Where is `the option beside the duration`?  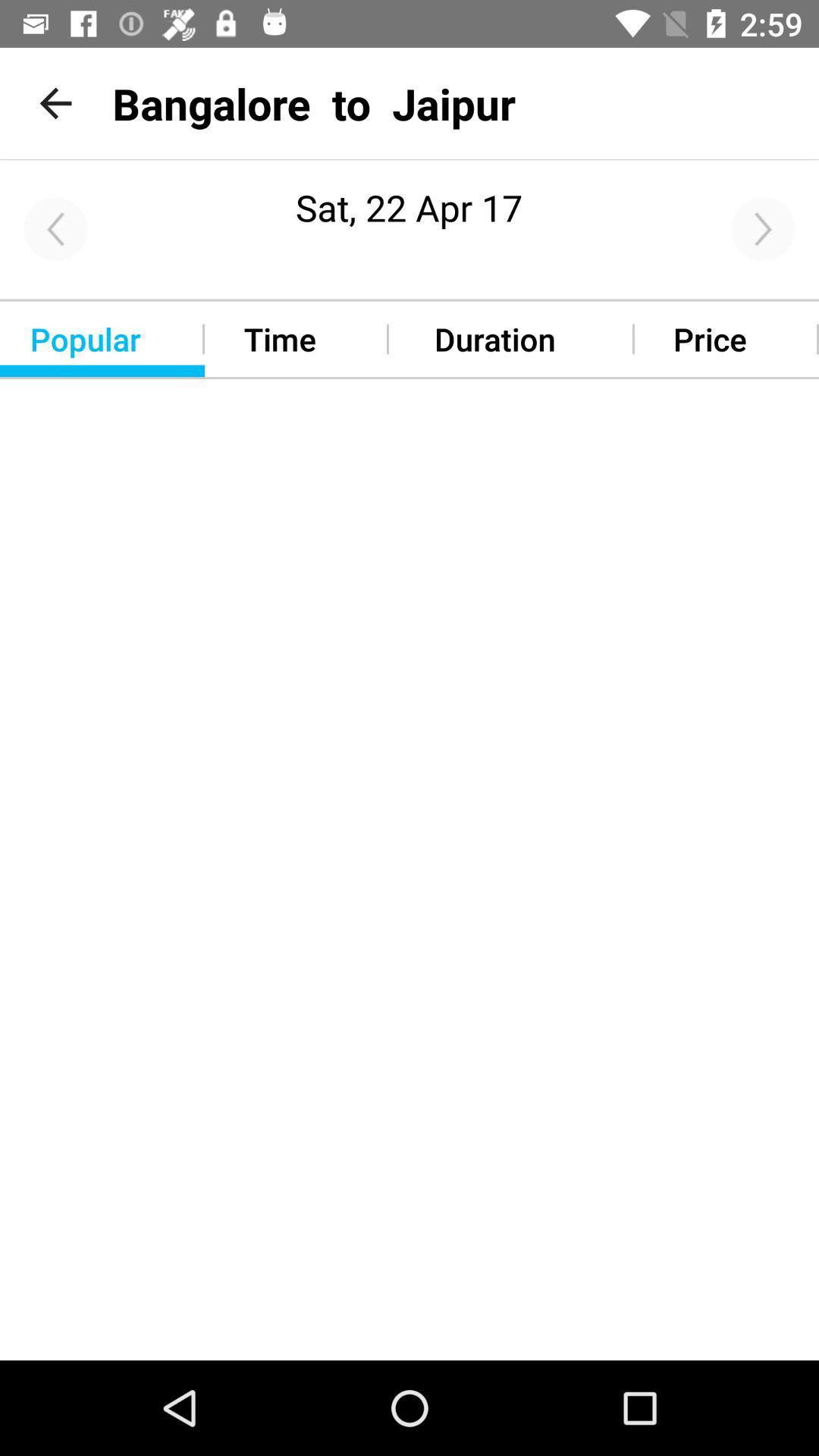
the option beside the duration is located at coordinates (726, 338).